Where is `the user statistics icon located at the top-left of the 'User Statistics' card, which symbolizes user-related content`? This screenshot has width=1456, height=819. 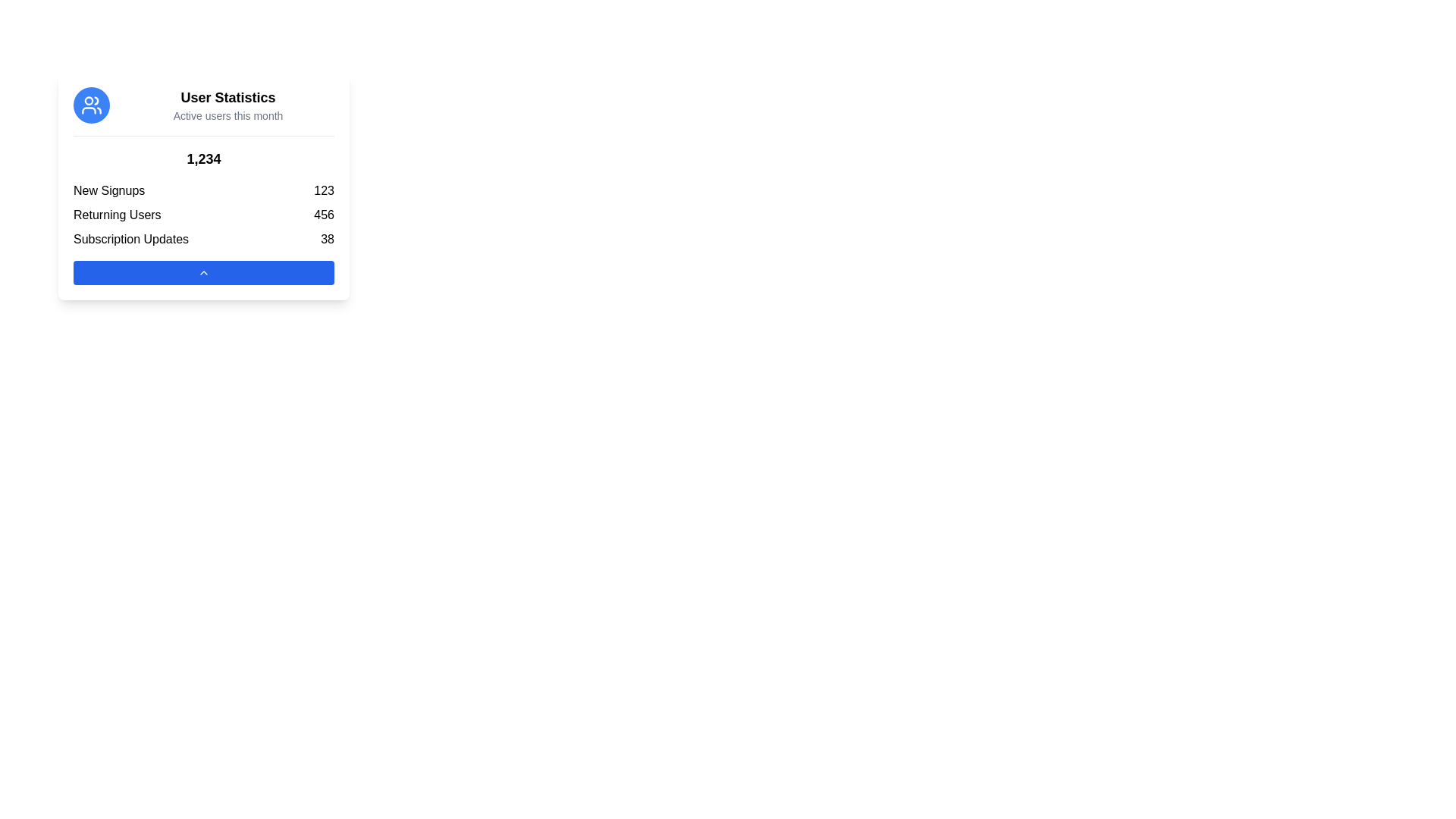 the user statistics icon located at the top-left of the 'User Statistics' card, which symbolizes user-related content is located at coordinates (90, 104).